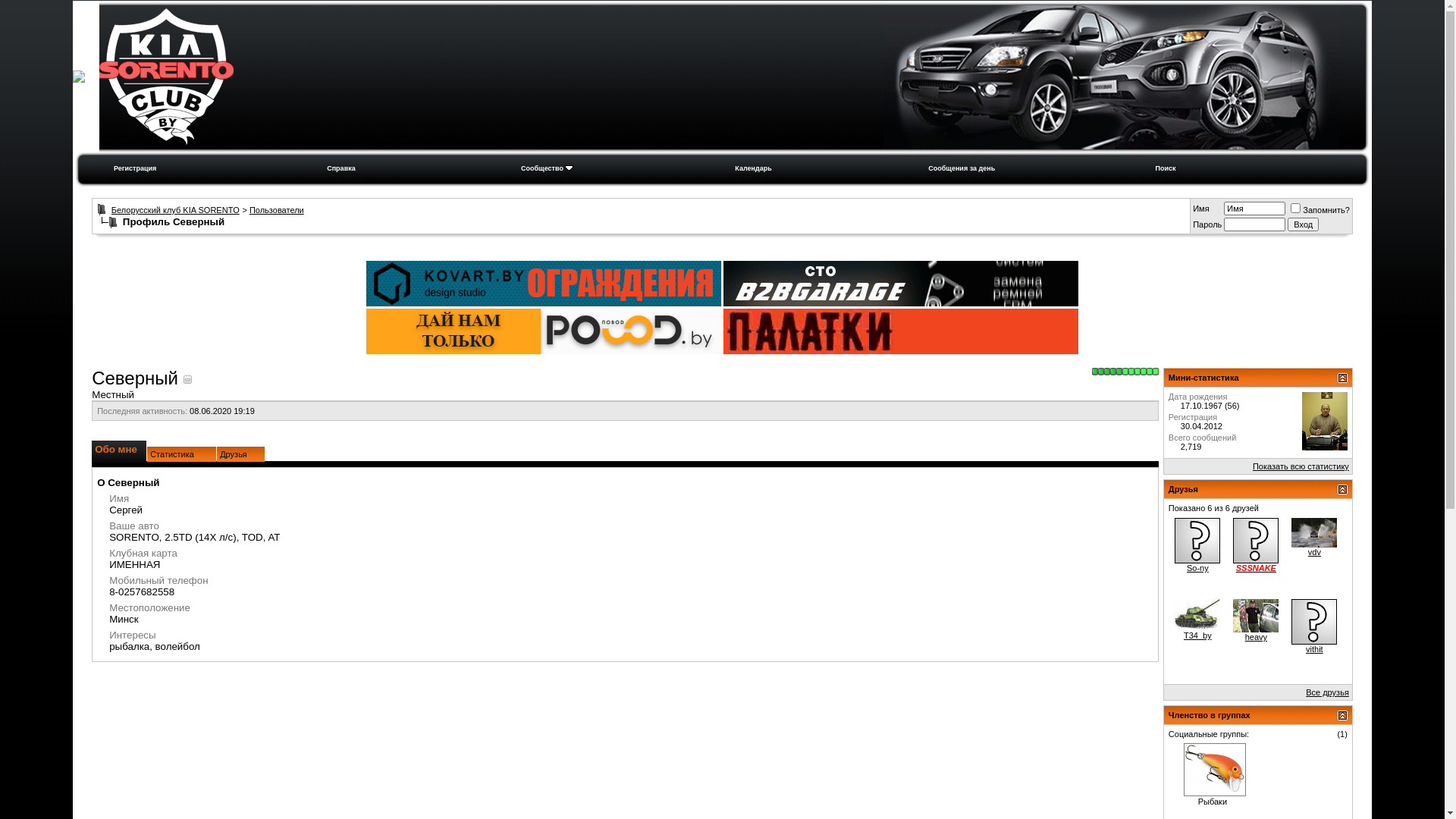  Describe the element at coordinates (1305, 648) in the screenshot. I see `'vithit'` at that location.